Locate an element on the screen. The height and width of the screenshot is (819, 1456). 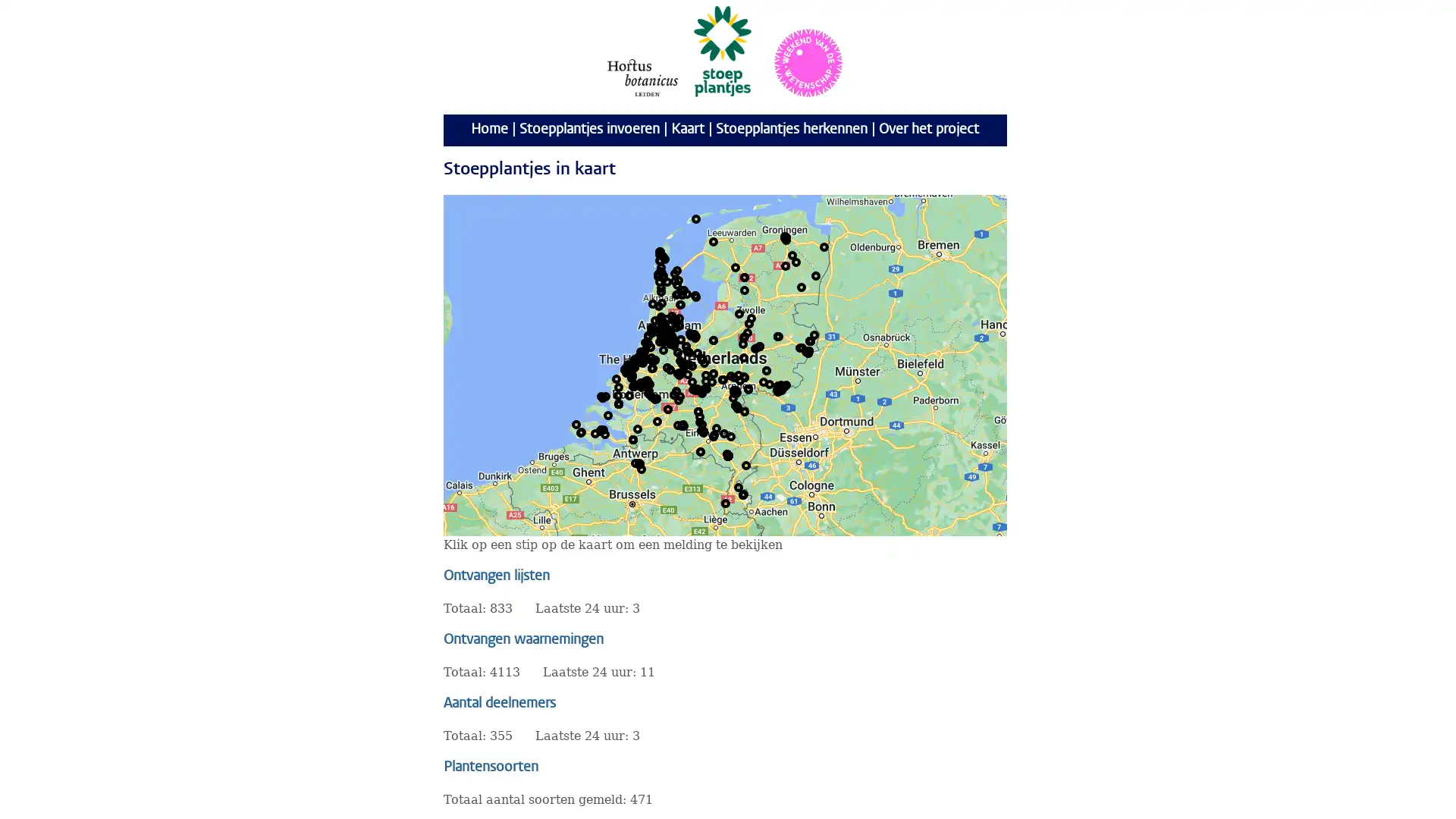
Telling van Hanneke Waller op 20 oktober 2021 is located at coordinates (686, 350).